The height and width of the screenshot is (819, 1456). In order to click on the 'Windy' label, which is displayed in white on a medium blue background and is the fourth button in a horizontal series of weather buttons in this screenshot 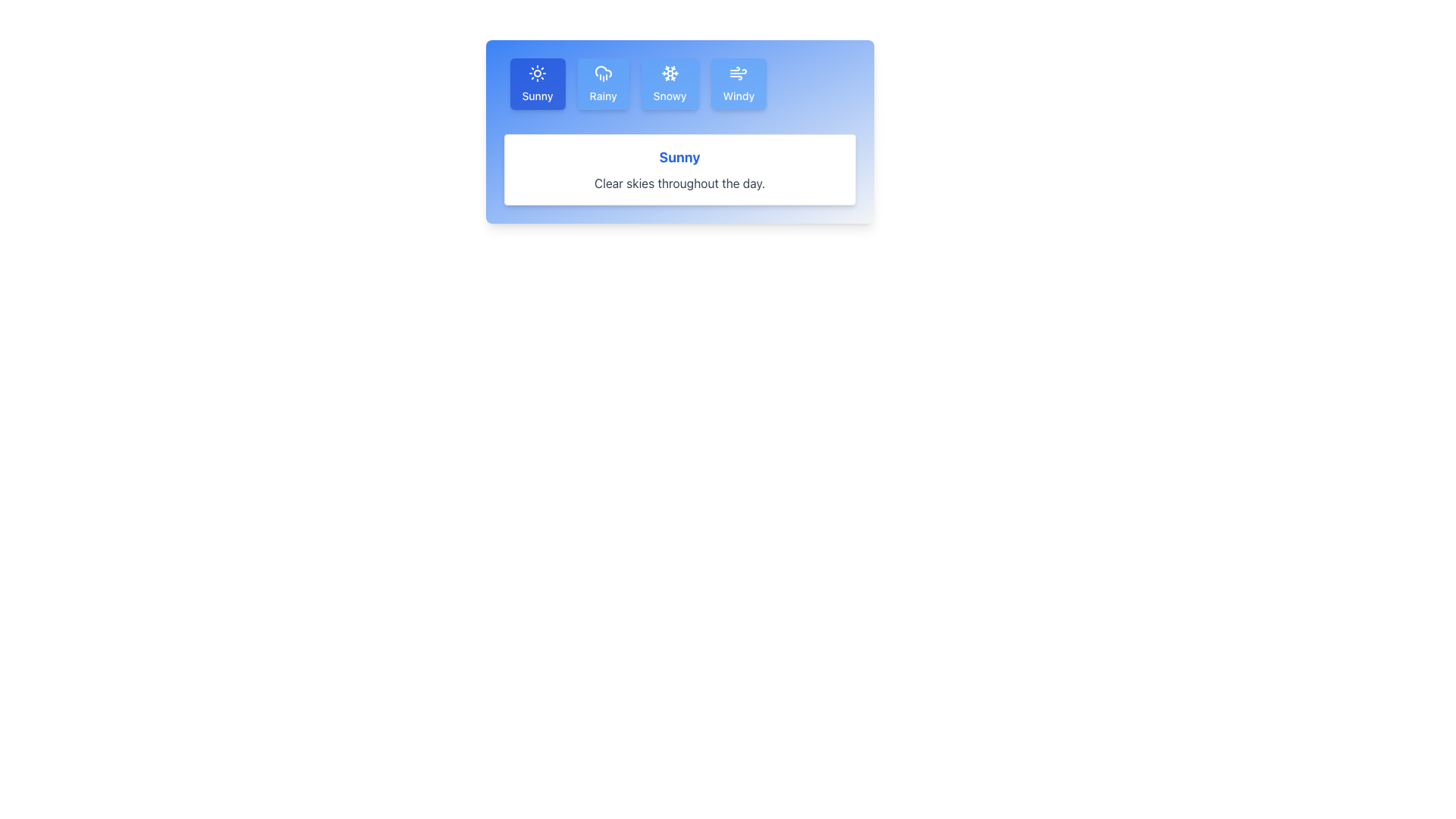, I will do `click(739, 96)`.